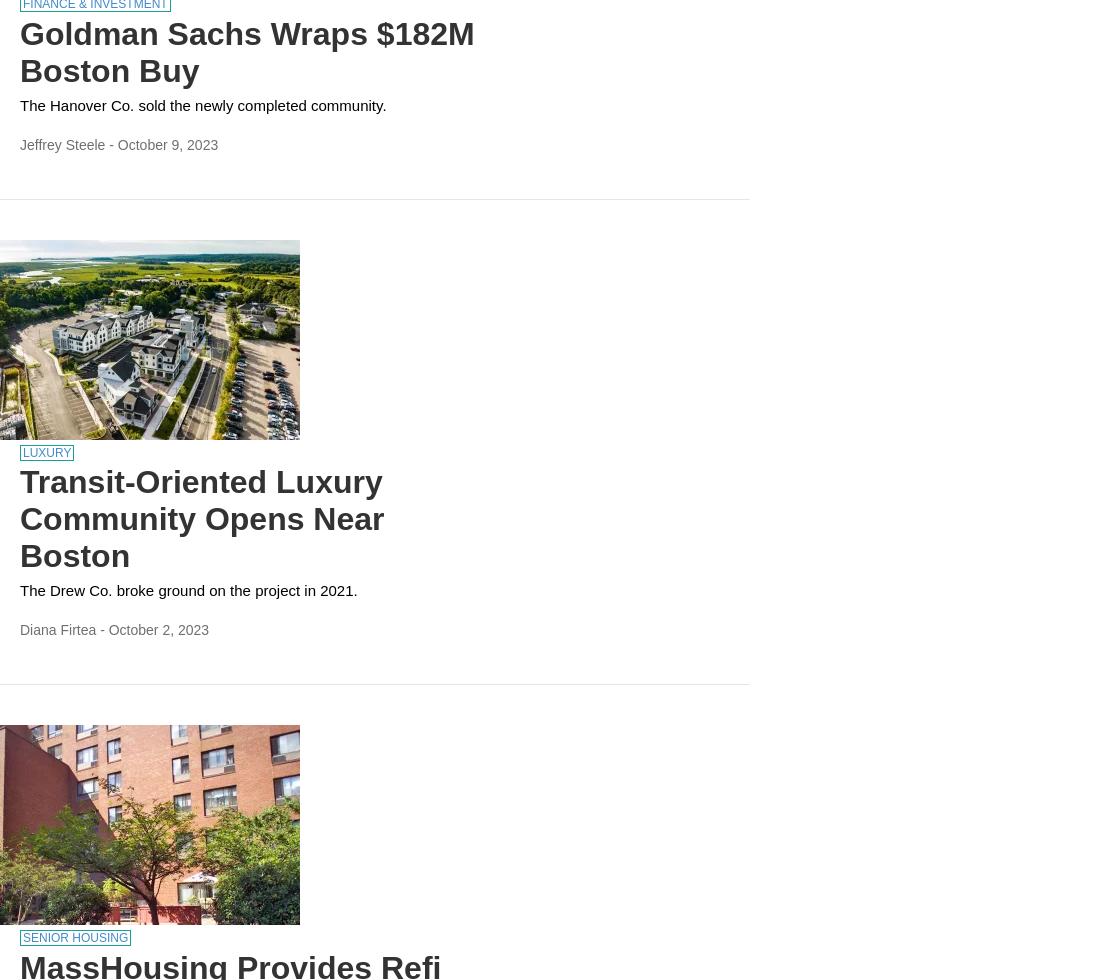 The height and width of the screenshot is (980, 1100). Describe the element at coordinates (246, 51) in the screenshot. I see `'Goldman Sachs Wraps $182M Boston Buy'` at that location.